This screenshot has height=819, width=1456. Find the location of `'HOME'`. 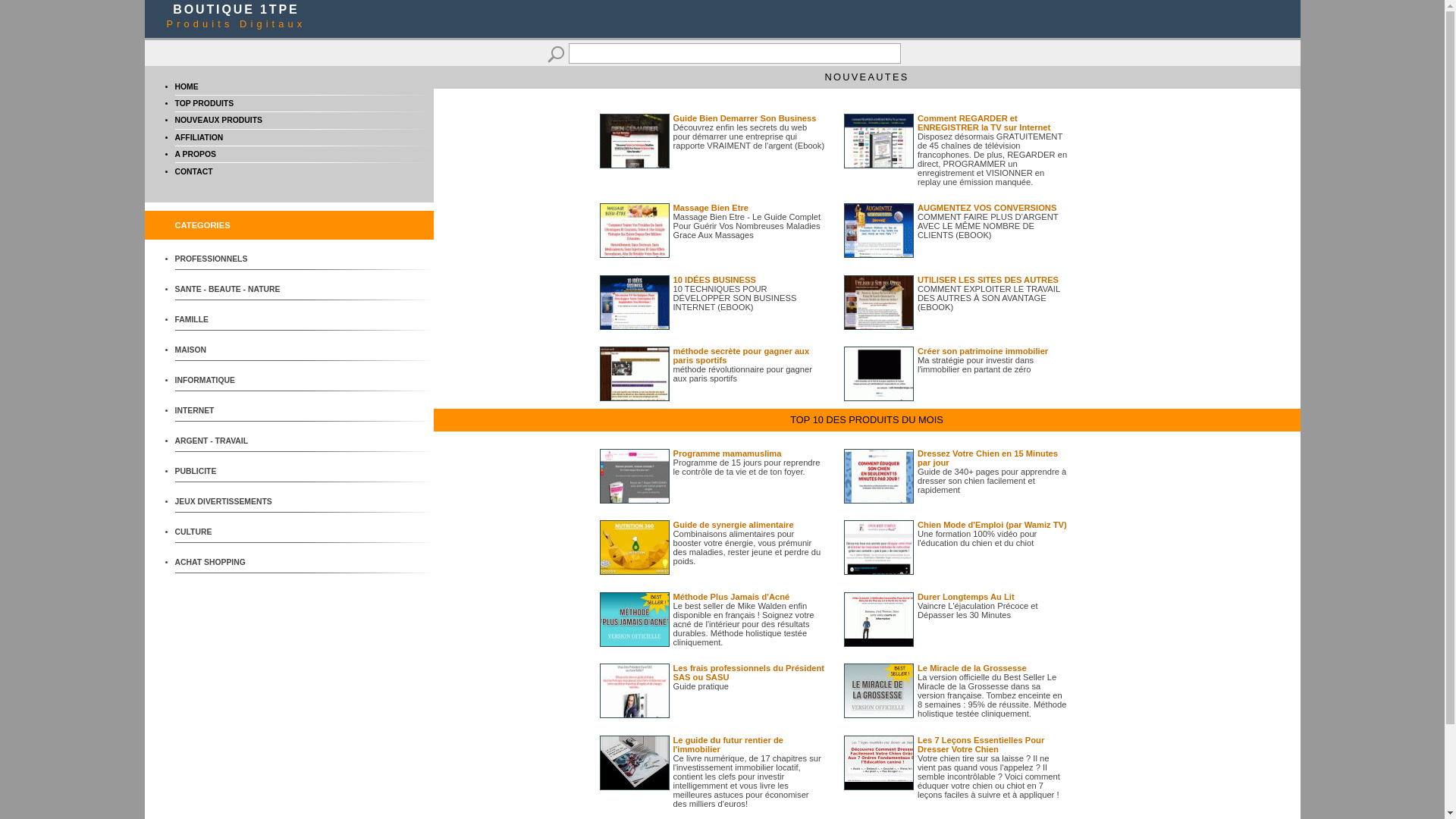

'HOME' is located at coordinates (185, 86).